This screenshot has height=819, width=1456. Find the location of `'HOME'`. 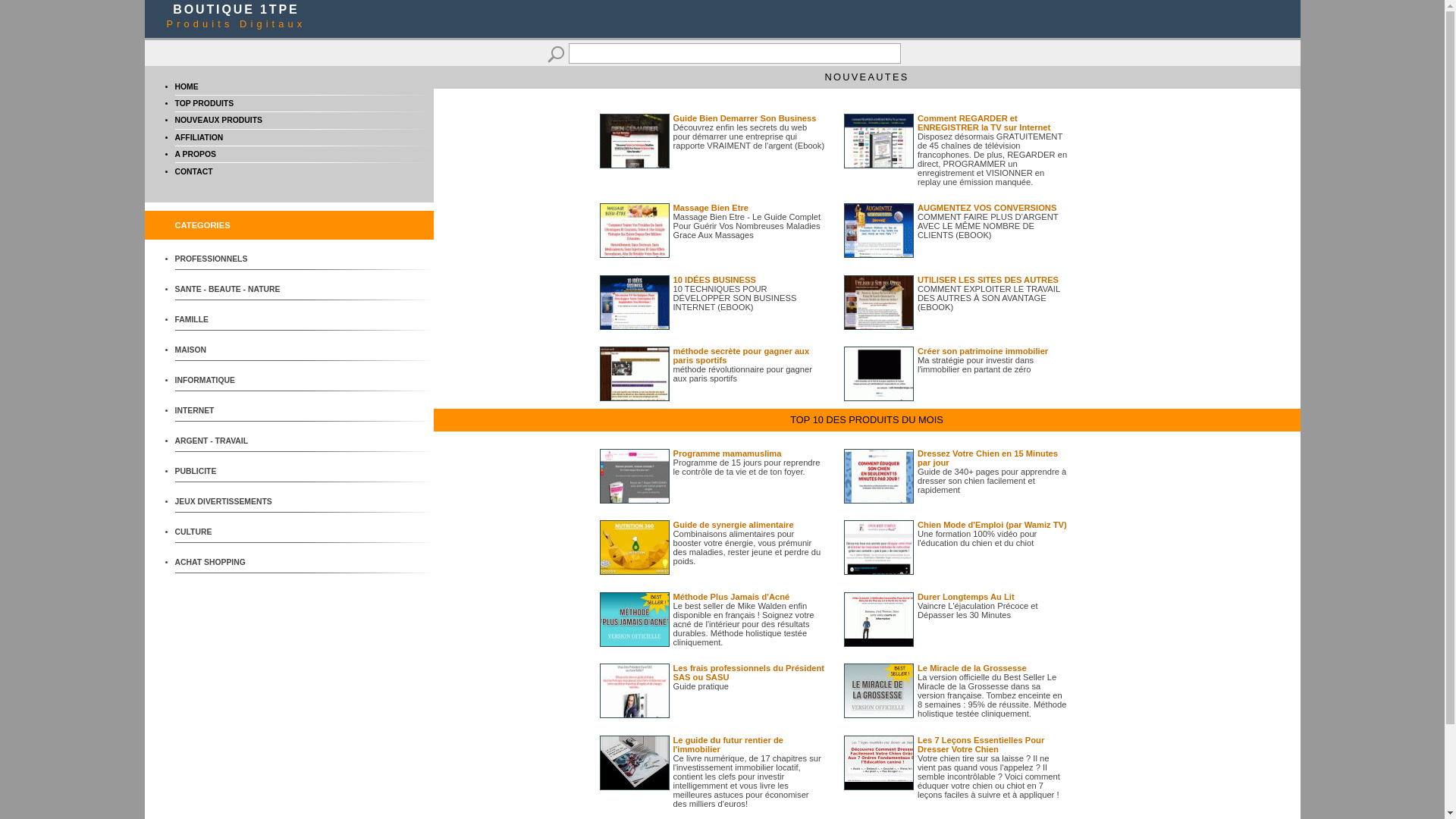

'HOME' is located at coordinates (185, 86).